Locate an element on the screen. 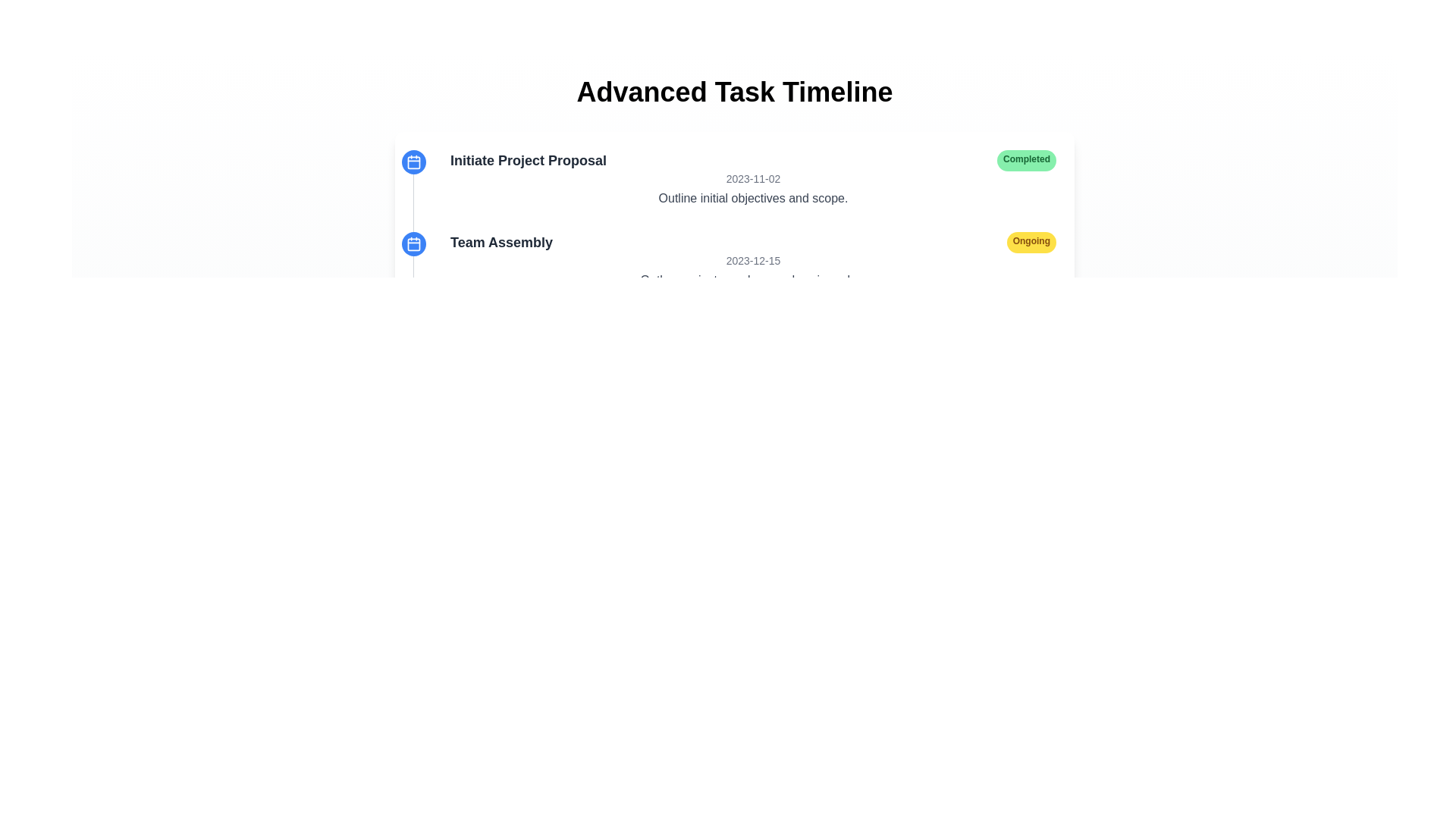 The image size is (1456, 819). the date marker text label indicating the timeline date associated with the 'Team Assembly' task is located at coordinates (753, 259).